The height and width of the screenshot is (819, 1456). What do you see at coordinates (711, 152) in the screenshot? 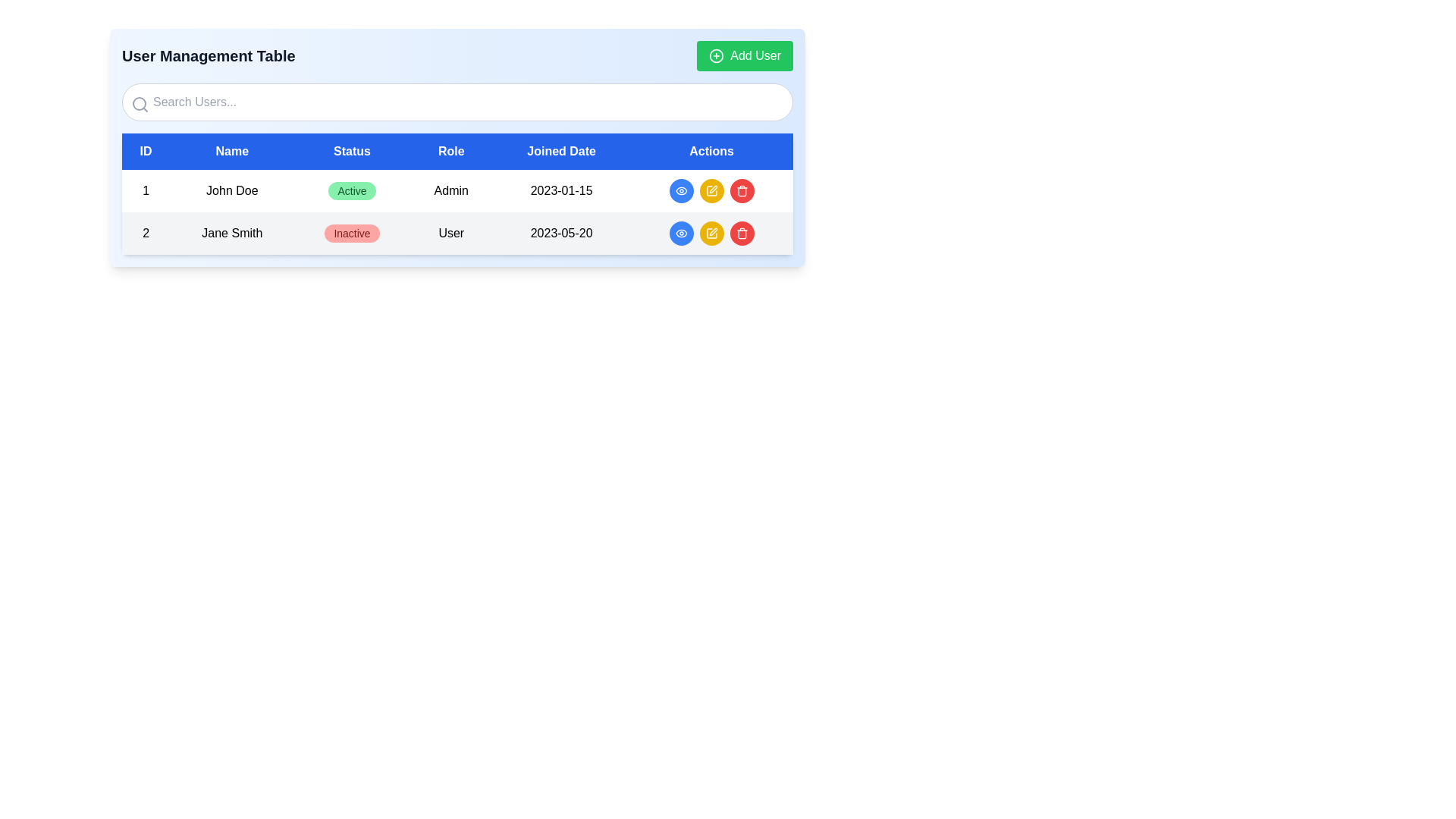
I see `the Table Header Cell labeled 'Actions', which has a blue background and is the last element in the horizontal header row` at bounding box center [711, 152].